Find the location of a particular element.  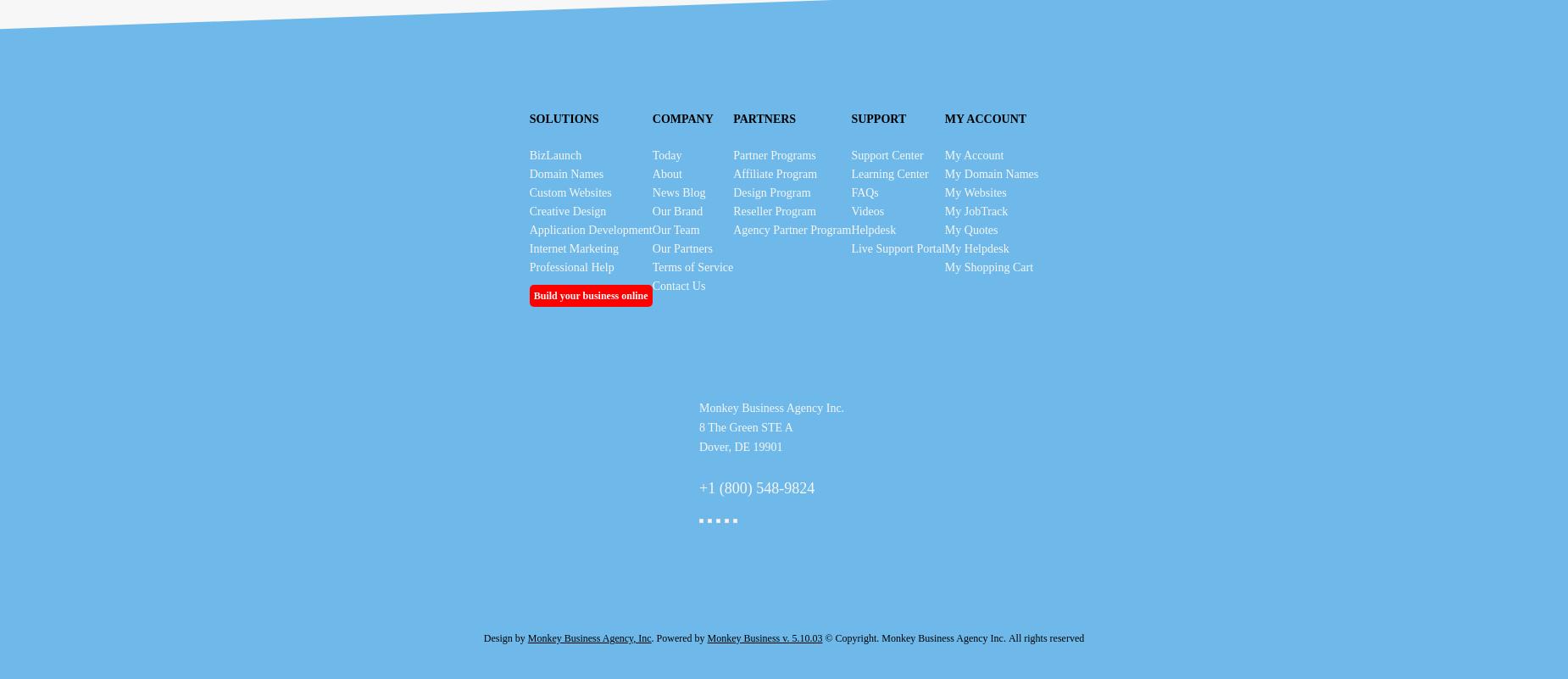

'Application Development' is located at coordinates (590, 229).